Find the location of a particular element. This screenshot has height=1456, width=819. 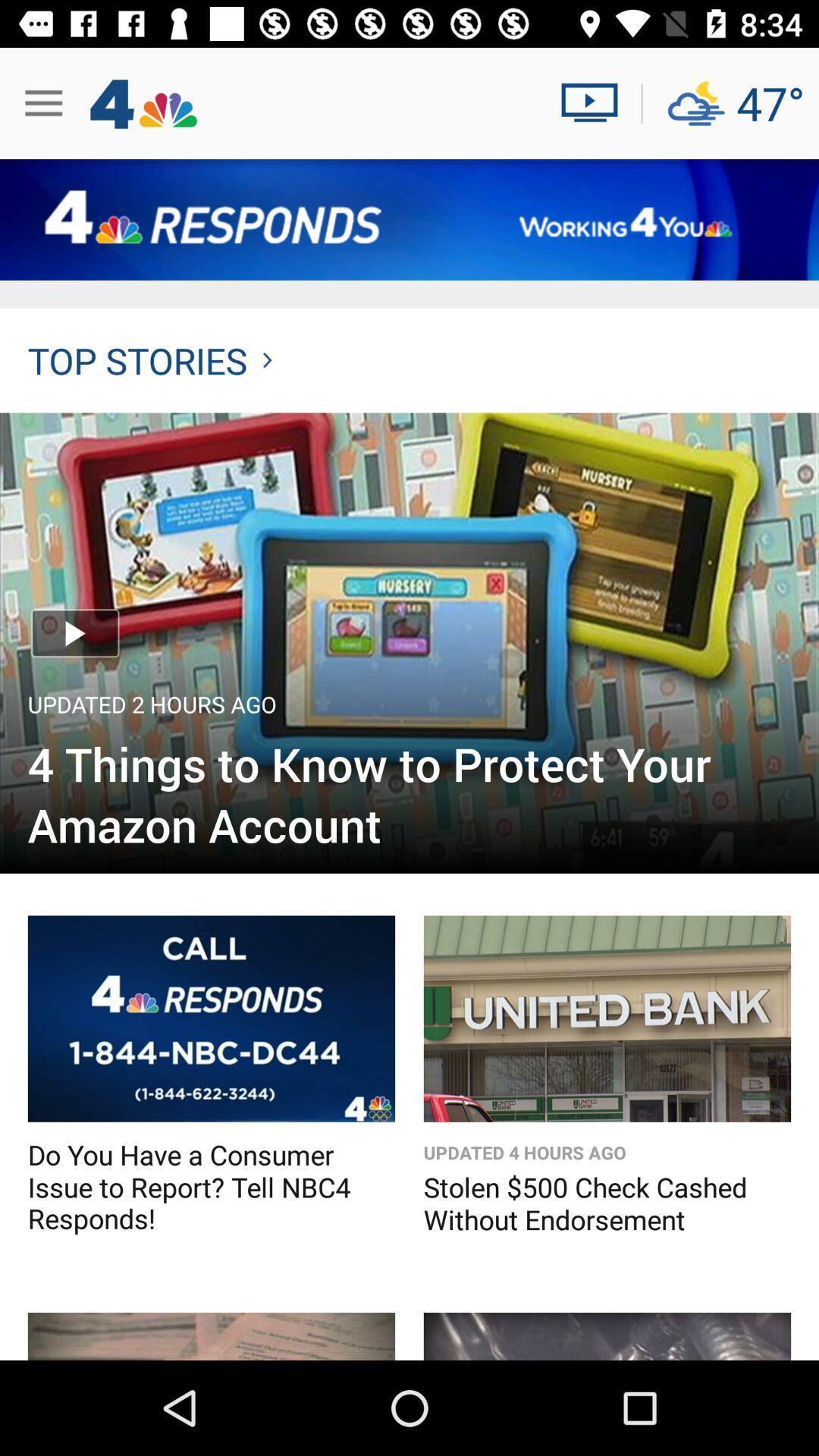

connect to monitor is located at coordinates (595, 102).